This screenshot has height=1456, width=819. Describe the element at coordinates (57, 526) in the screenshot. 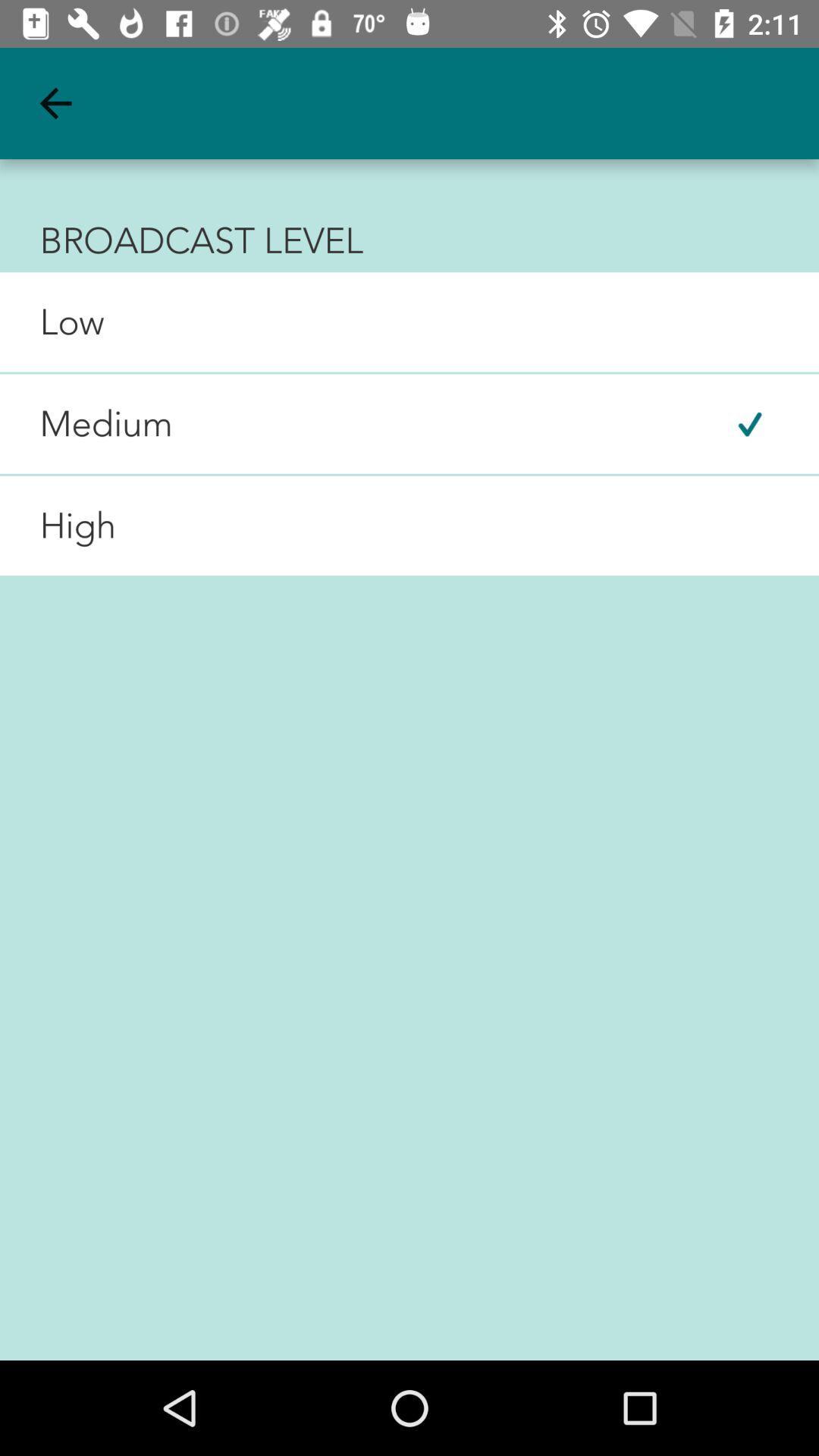

I see `the icon on the left` at that location.